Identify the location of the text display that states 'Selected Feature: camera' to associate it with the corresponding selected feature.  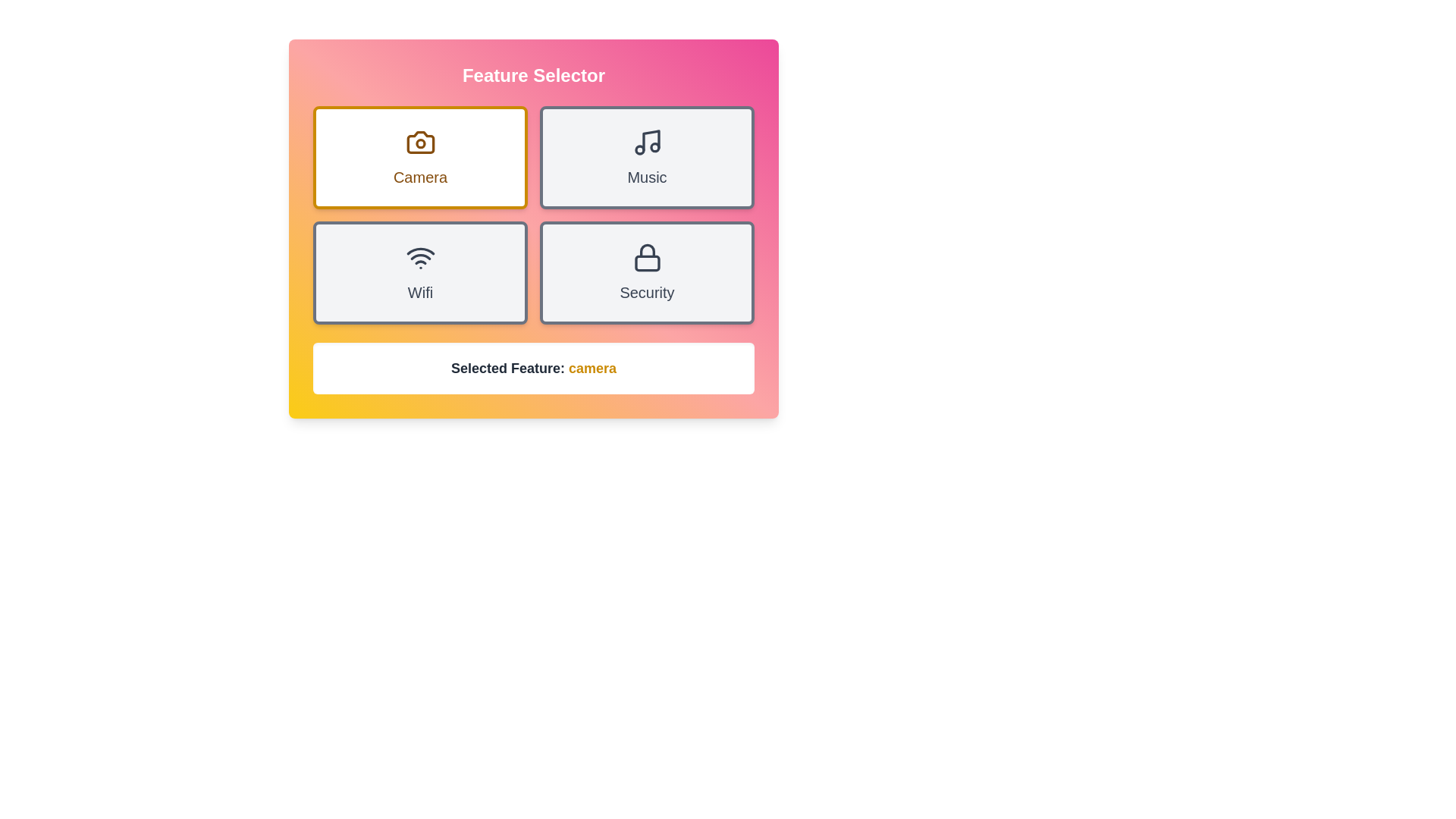
(534, 369).